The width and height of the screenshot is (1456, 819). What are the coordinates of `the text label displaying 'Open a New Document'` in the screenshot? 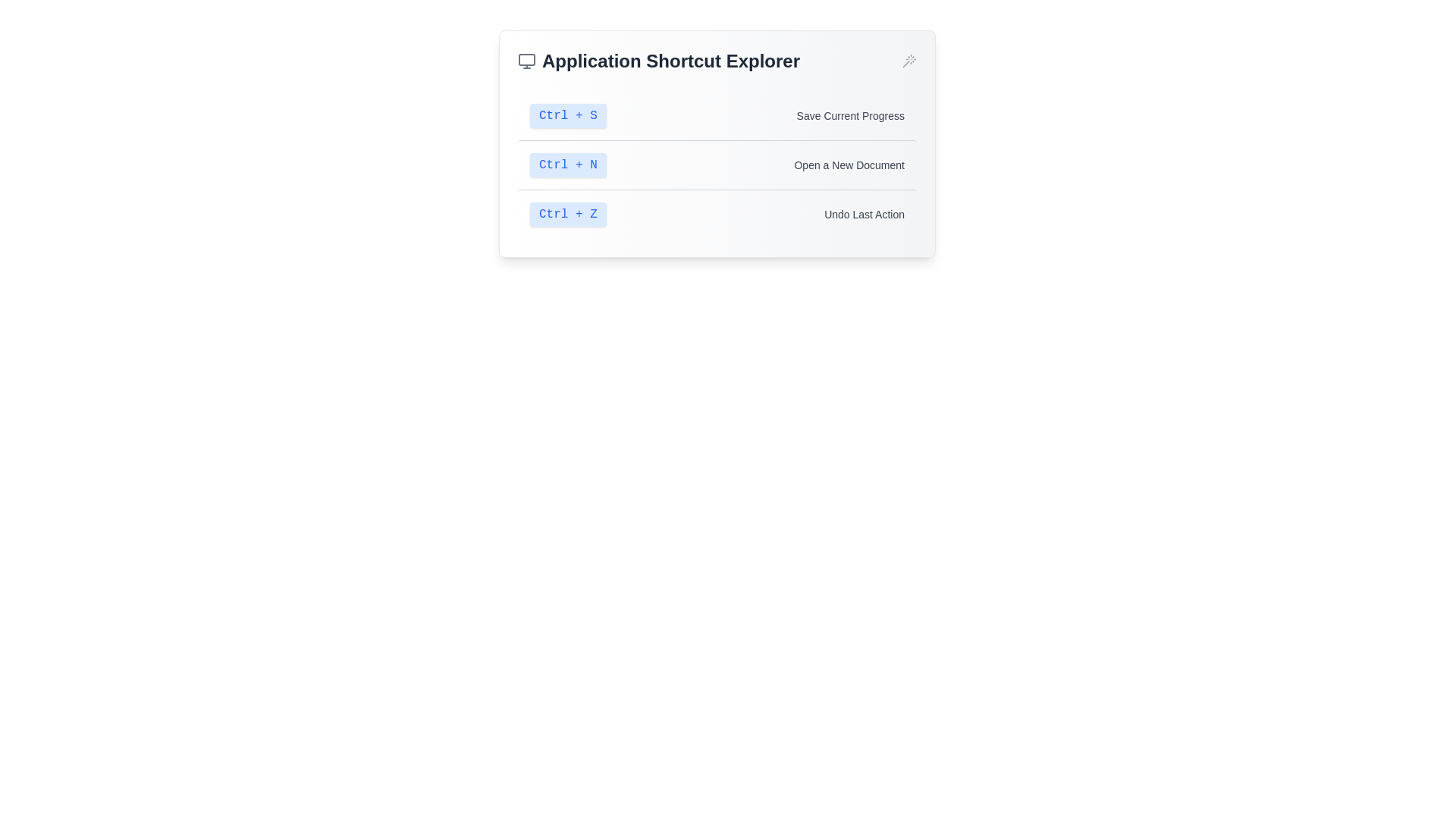 It's located at (849, 165).